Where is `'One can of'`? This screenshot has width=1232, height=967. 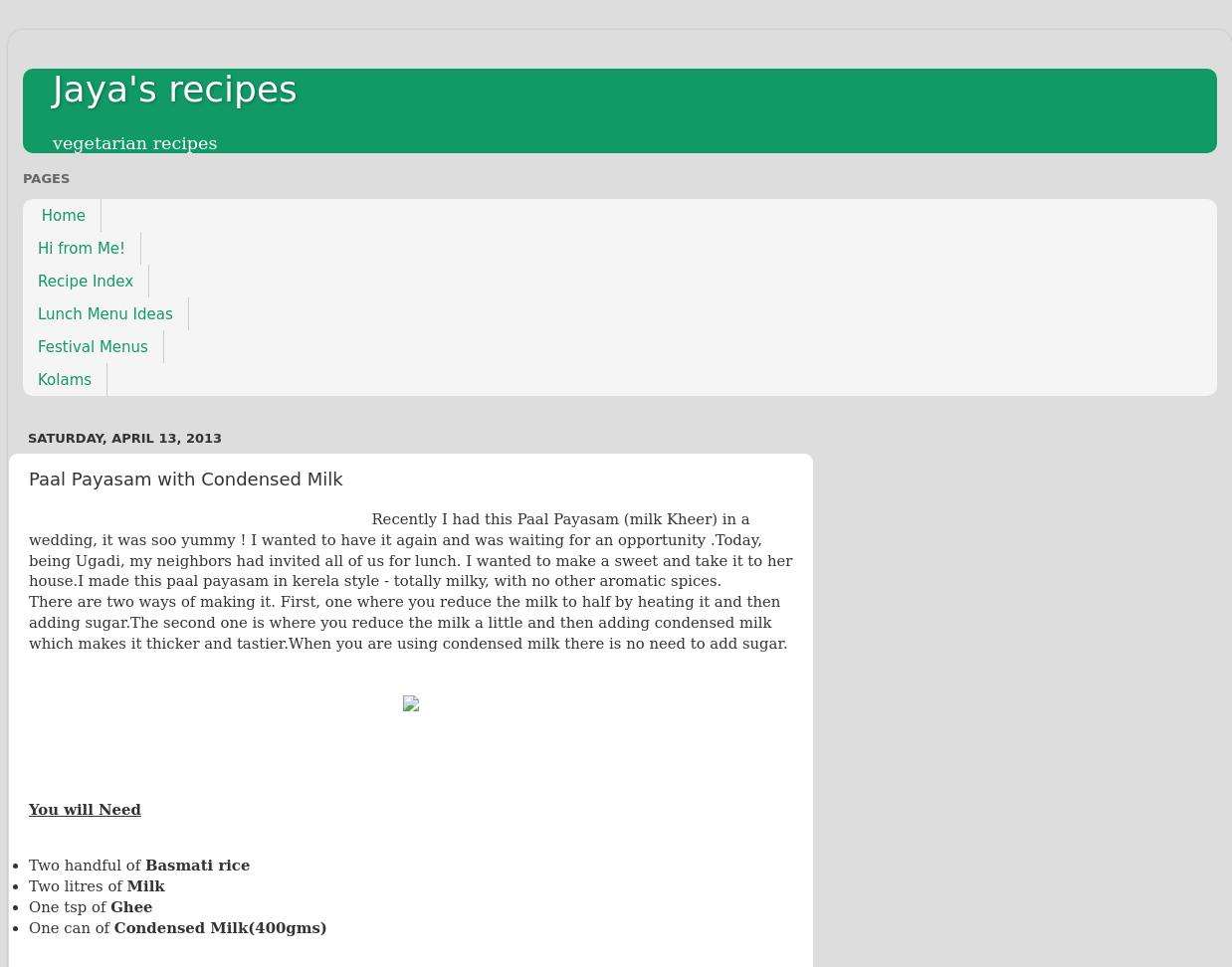 'One can of' is located at coordinates (27, 925).